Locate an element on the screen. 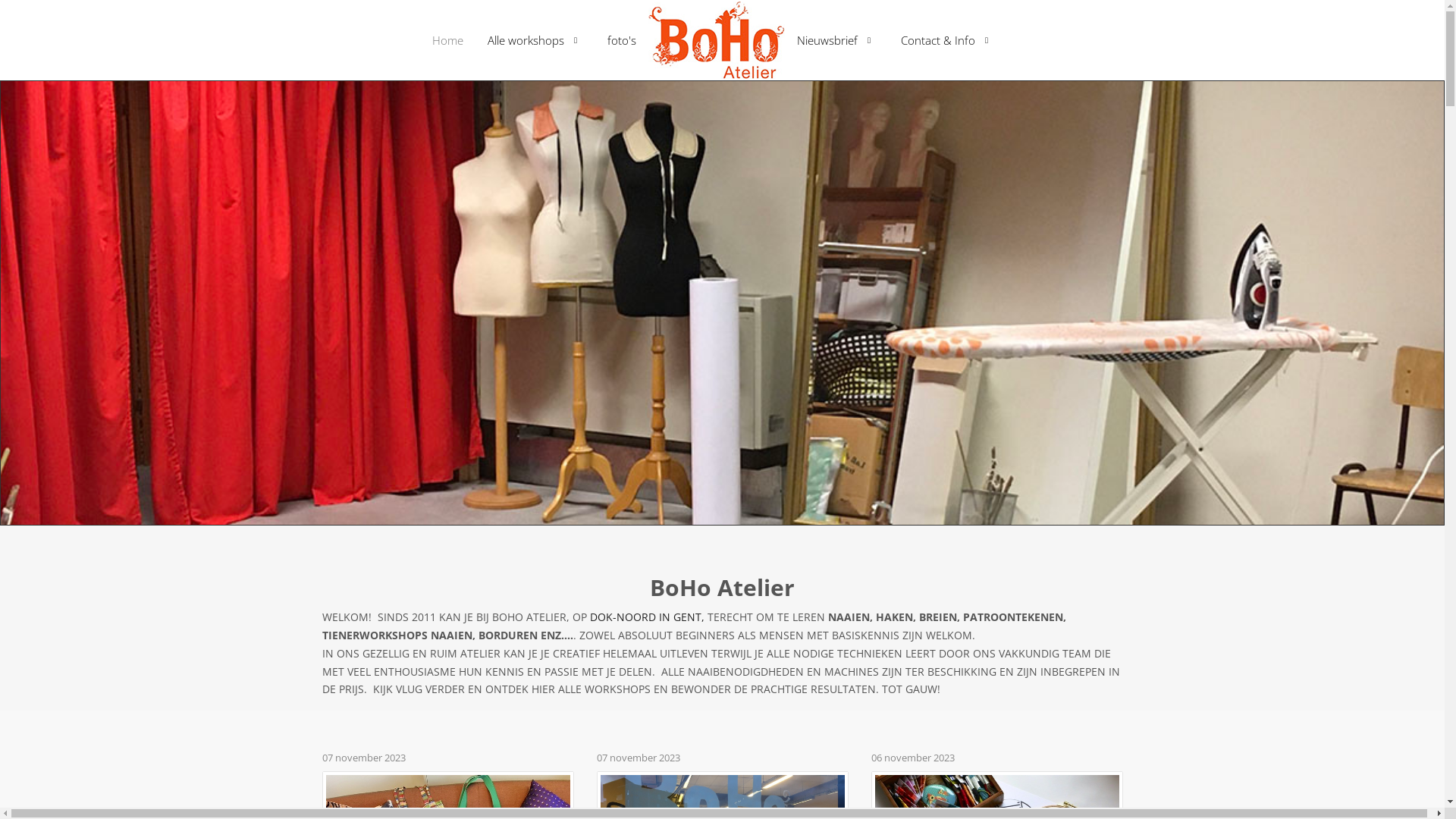 Image resolution: width=1456 pixels, height=819 pixels. 'DOK-NOORD IN GENT,' is located at coordinates (647, 617).